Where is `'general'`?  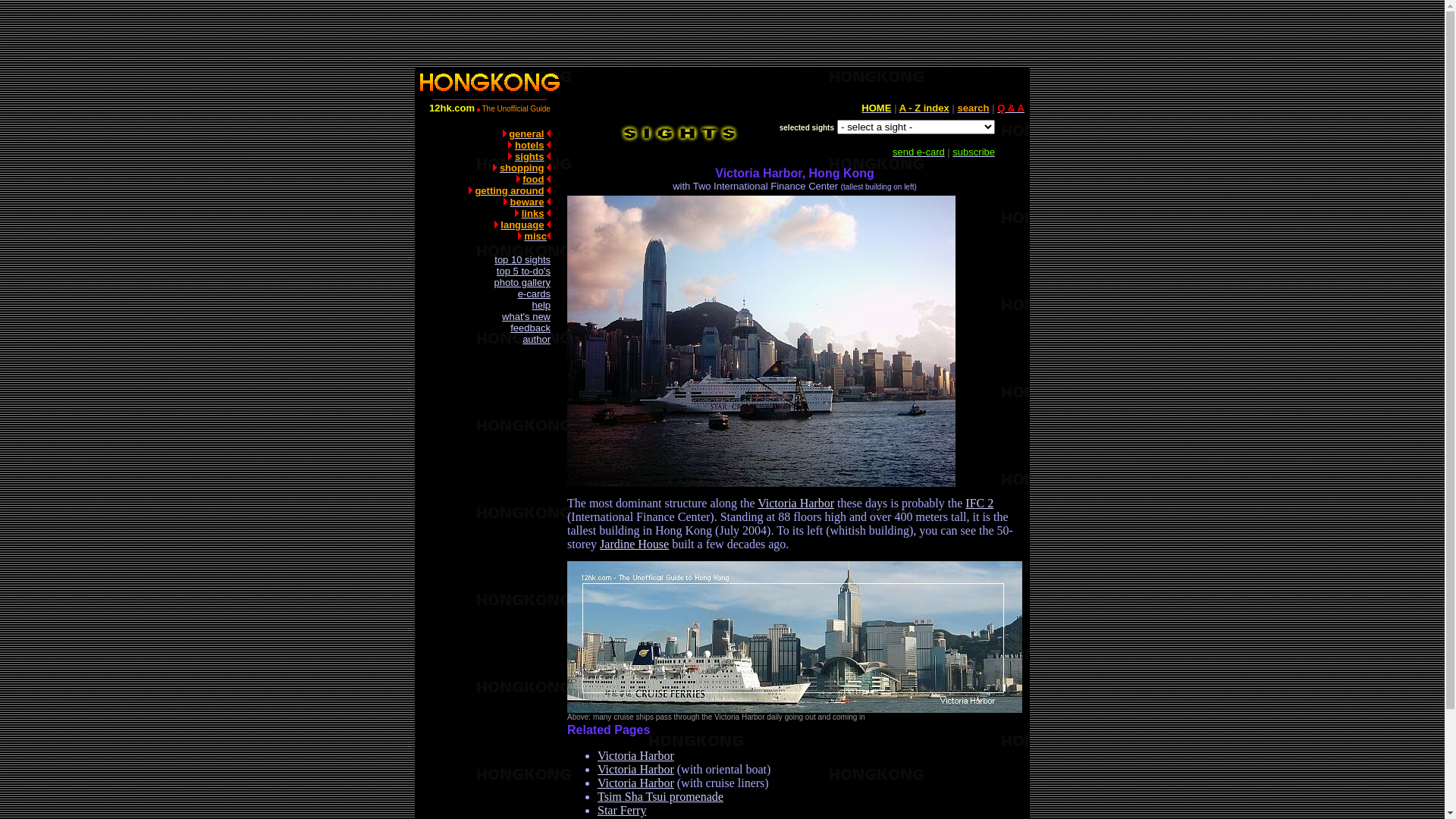 'general' is located at coordinates (526, 133).